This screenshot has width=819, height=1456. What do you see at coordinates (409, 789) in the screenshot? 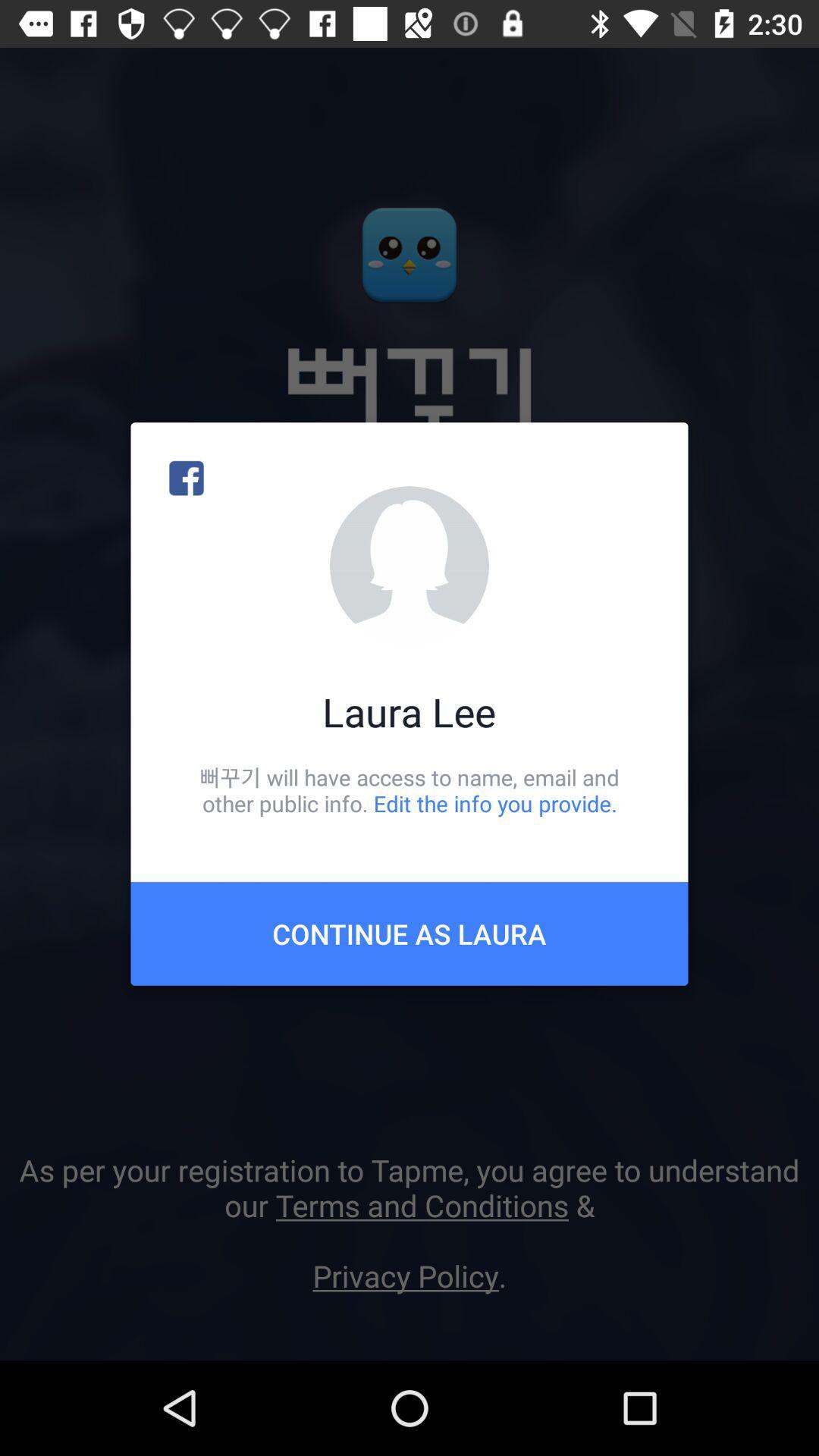
I see `the item below laura lee icon` at bounding box center [409, 789].